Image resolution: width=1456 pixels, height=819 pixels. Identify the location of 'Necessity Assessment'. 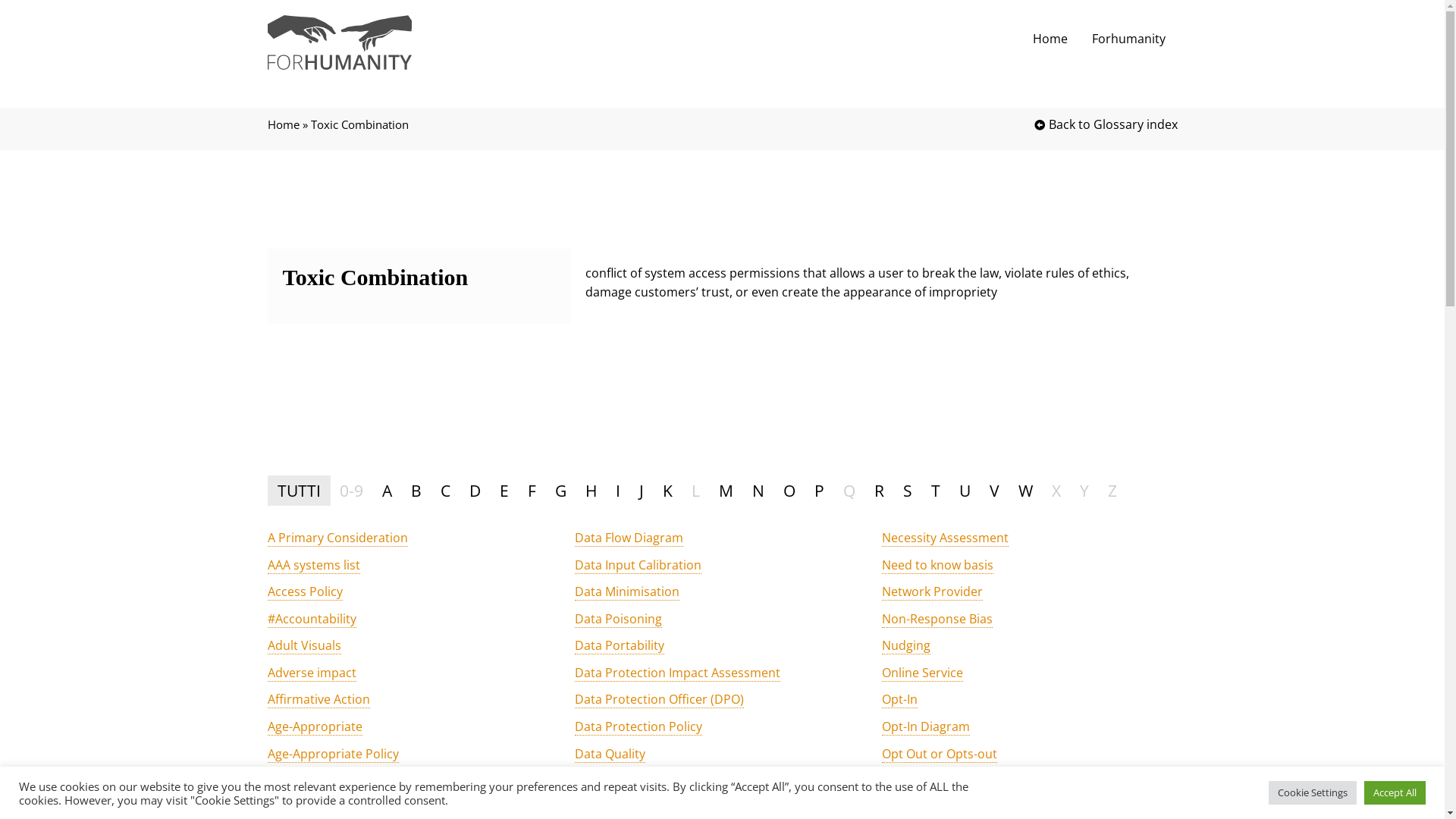
(881, 537).